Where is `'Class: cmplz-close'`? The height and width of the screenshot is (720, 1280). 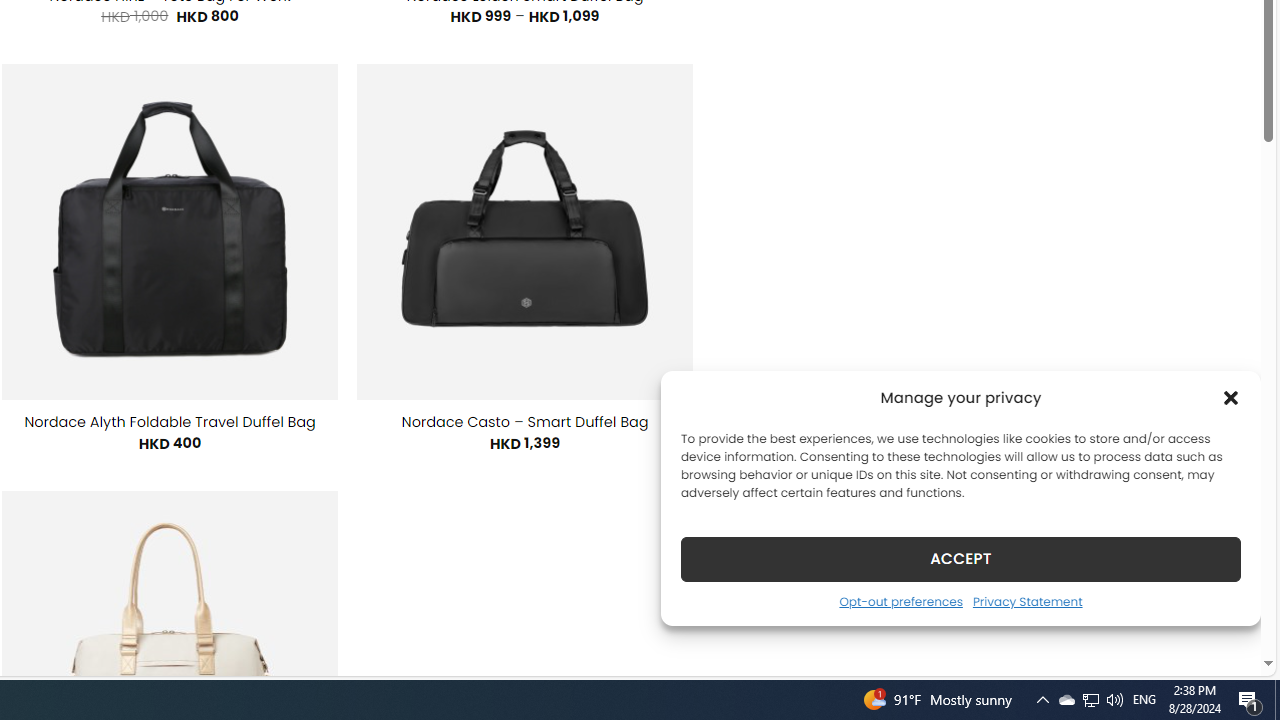 'Class: cmplz-close' is located at coordinates (1230, 397).